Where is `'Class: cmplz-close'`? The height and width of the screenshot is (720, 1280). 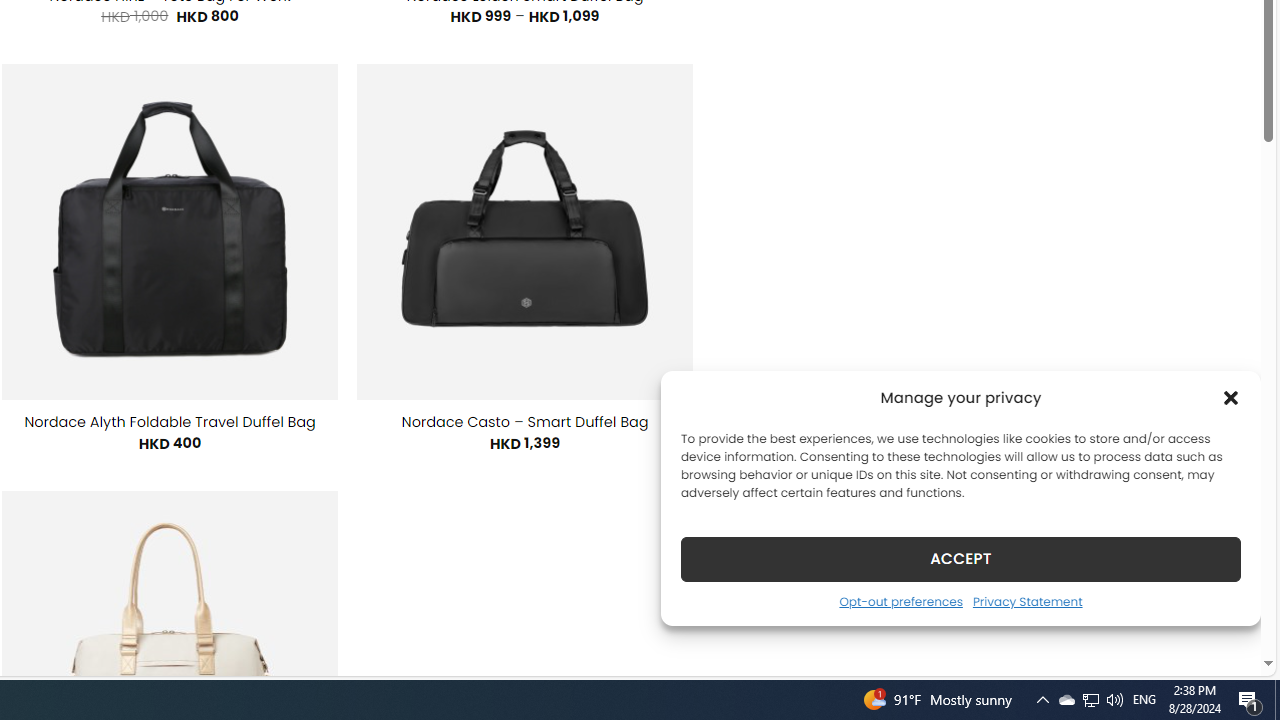 'Class: cmplz-close' is located at coordinates (1230, 397).